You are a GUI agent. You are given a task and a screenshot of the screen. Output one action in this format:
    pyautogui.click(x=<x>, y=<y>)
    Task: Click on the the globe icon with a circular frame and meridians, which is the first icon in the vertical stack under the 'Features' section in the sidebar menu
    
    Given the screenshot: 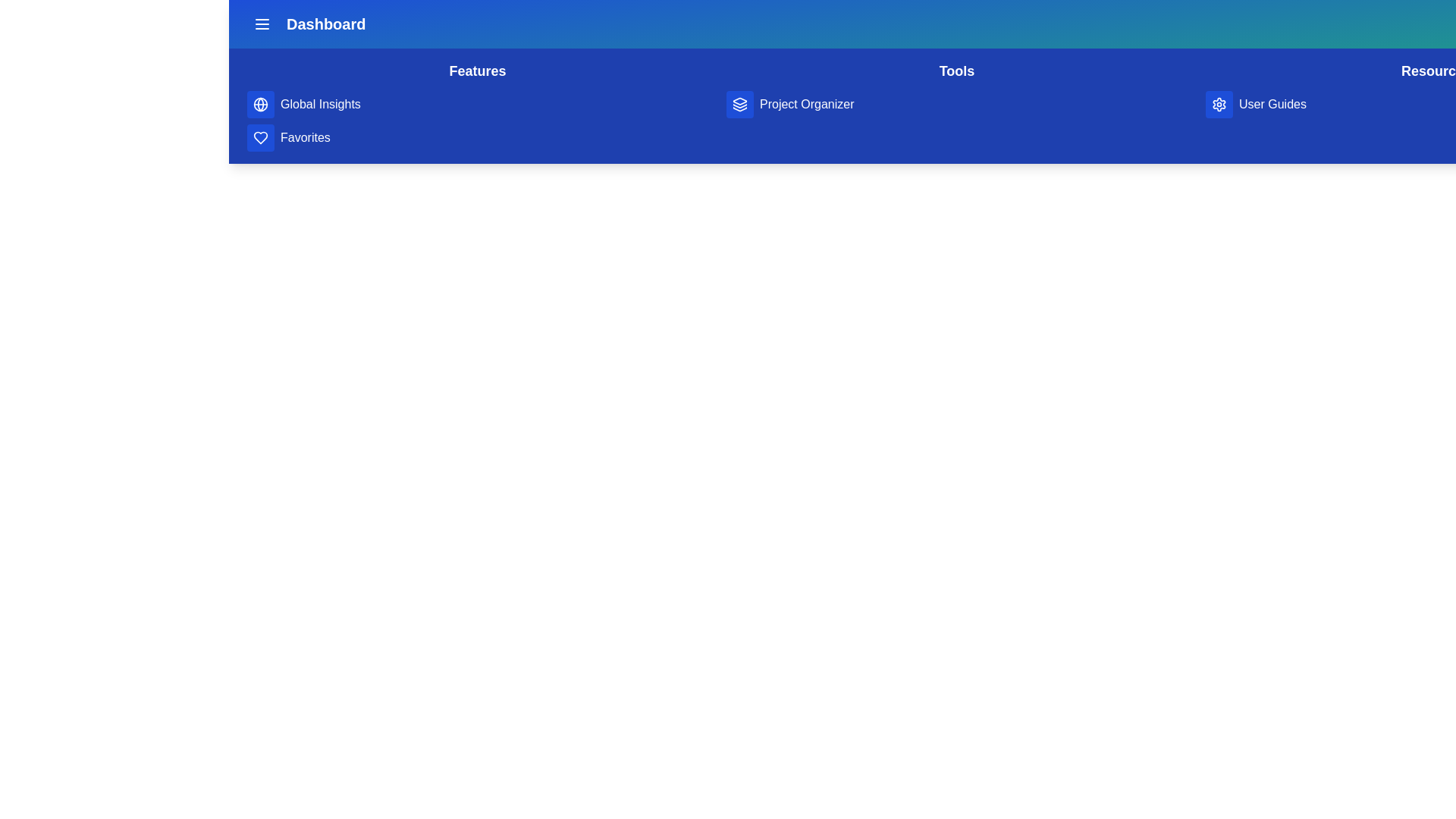 What is the action you would take?
    pyautogui.click(x=261, y=104)
    